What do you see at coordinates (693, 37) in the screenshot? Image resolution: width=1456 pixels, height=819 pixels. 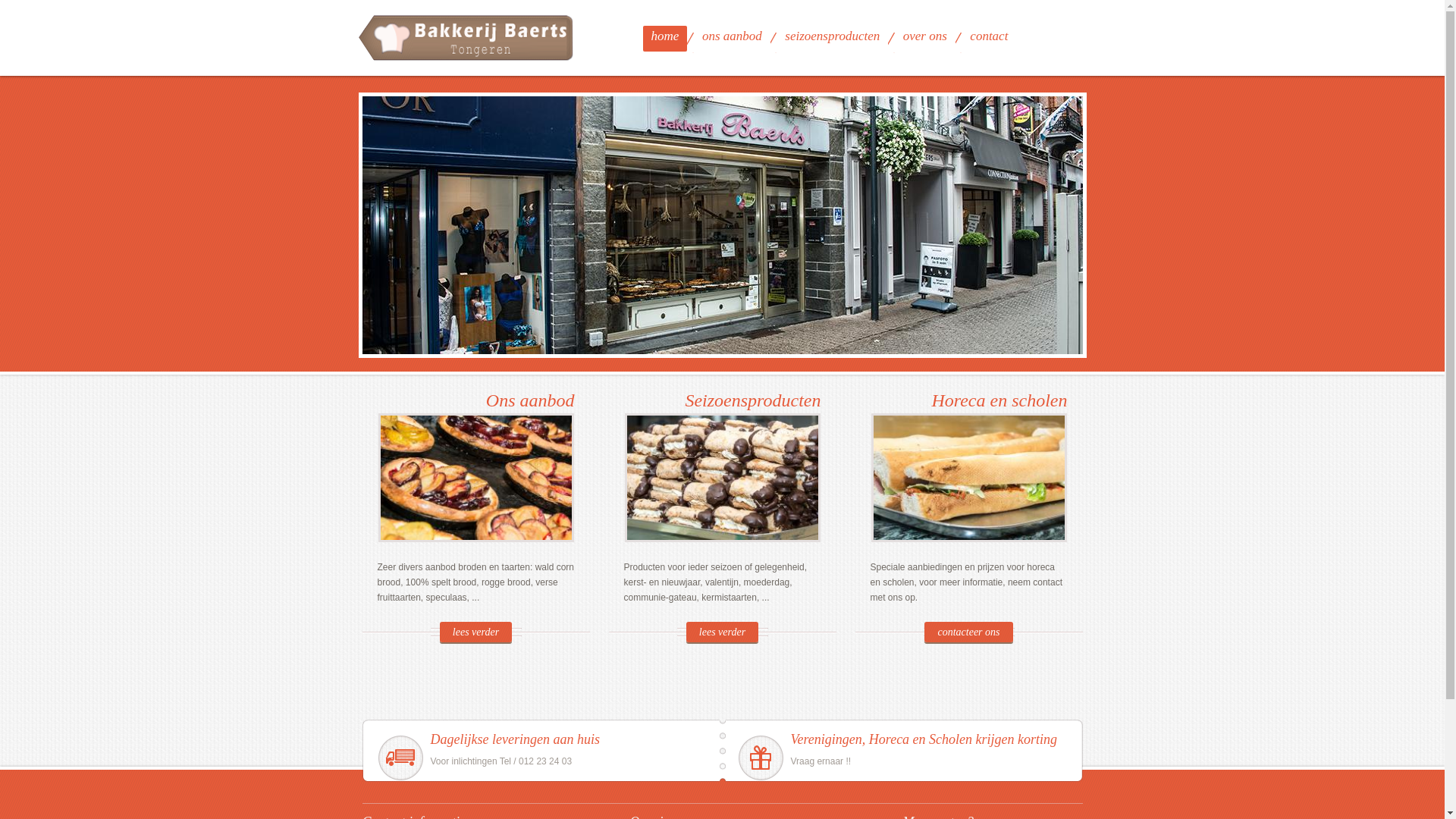 I see `'ons aanbod'` at bounding box center [693, 37].